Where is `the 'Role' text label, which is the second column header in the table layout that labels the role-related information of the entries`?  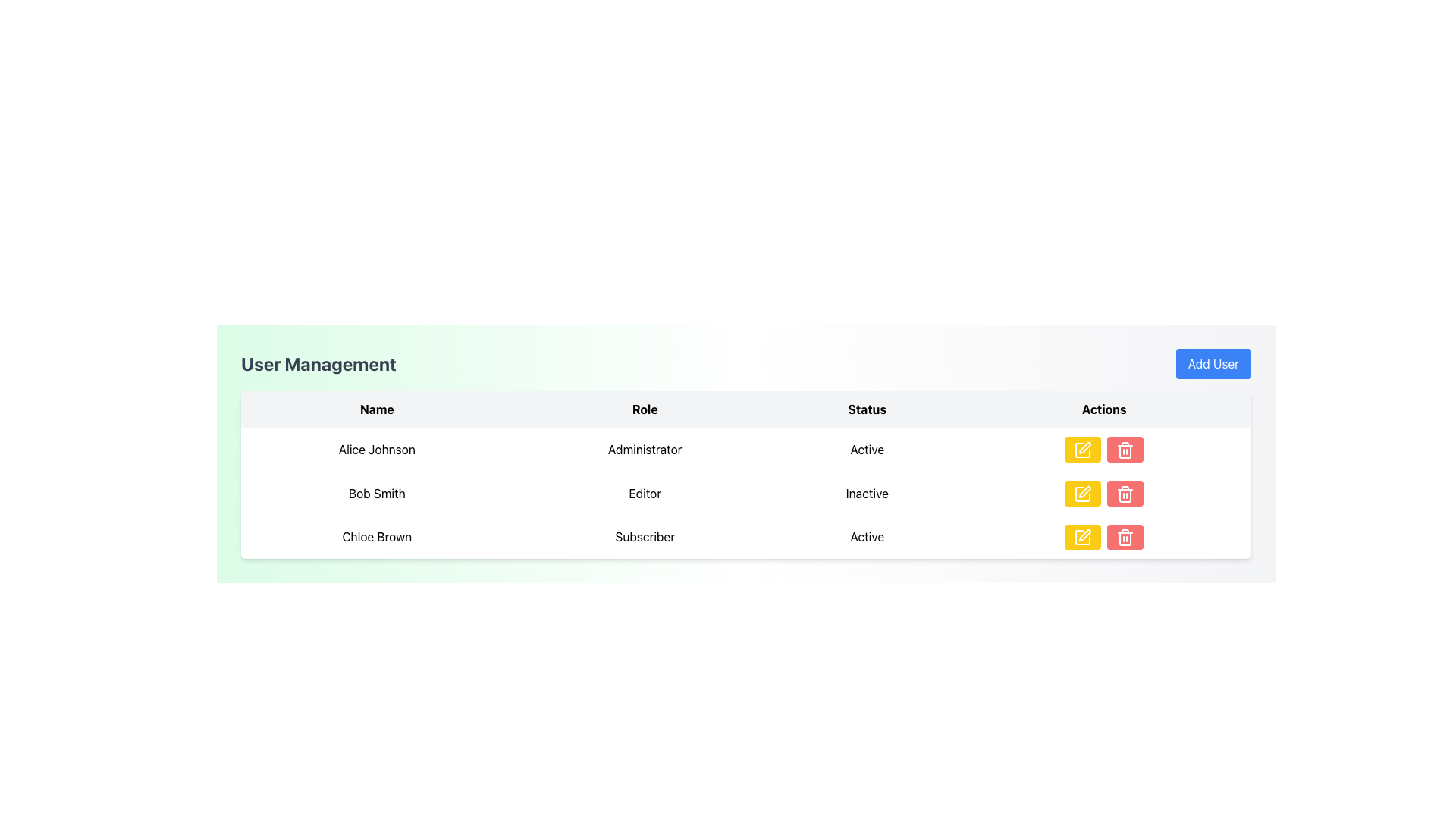
the 'Role' text label, which is the second column header in the table layout that labels the role-related information of the entries is located at coordinates (645, 409).